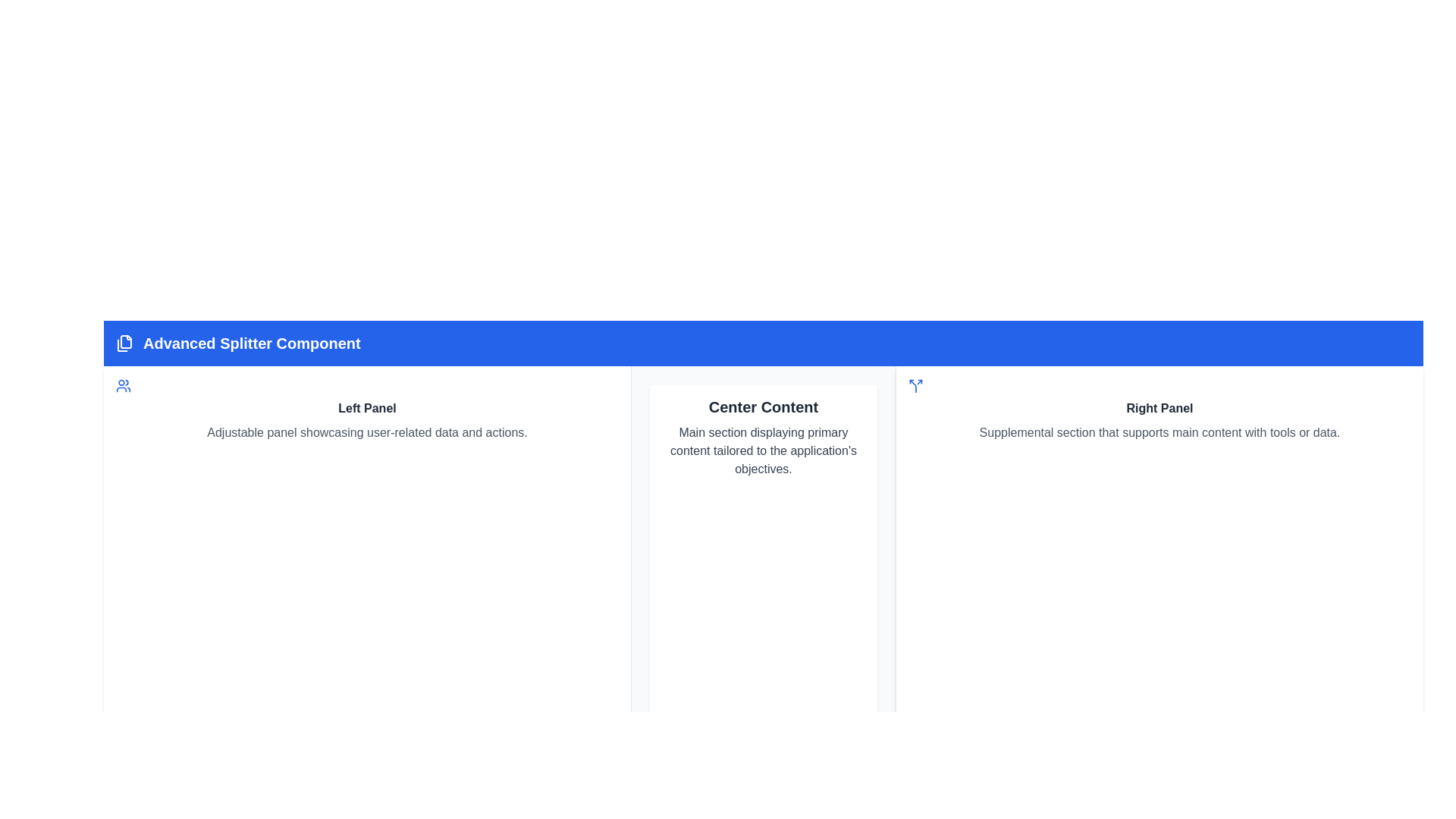 This screenshot has height=819, width=1456. Describe the element at coordinates (124, 385) in the screenshot. I see `the user-related content icon located at the top-left corner of the left panel, preceding the title 'Left Panel'` at that location.